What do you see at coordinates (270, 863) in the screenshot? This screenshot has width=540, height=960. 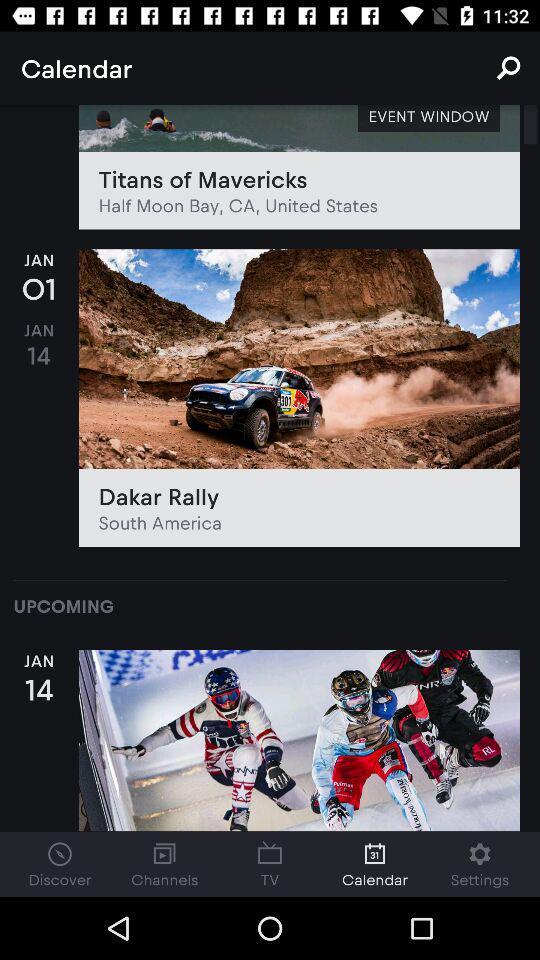 I see `the date_range icon` at bounding box center [270, 863].